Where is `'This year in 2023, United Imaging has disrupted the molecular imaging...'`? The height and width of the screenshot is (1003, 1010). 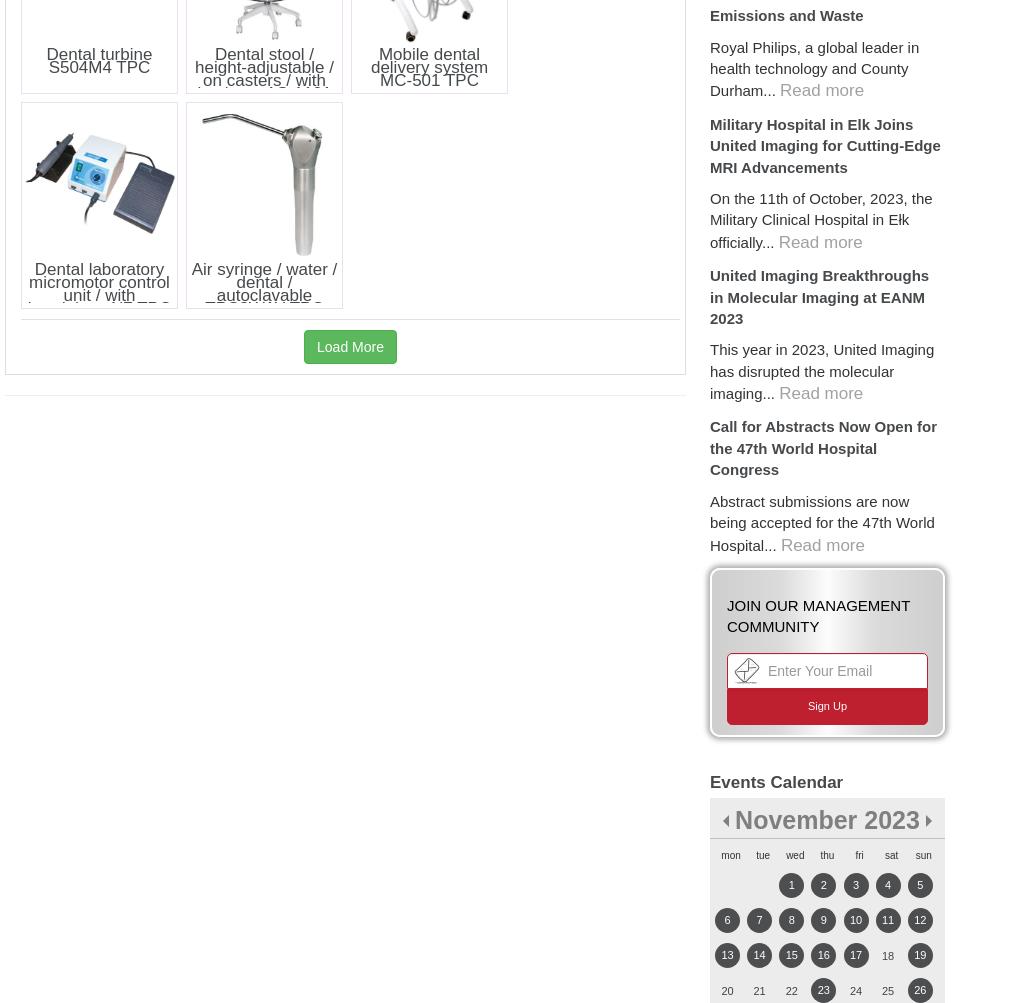 'This year in 2023, United Imaging has disrupted the molecular imaging...' is located at coordinates (822, 370).